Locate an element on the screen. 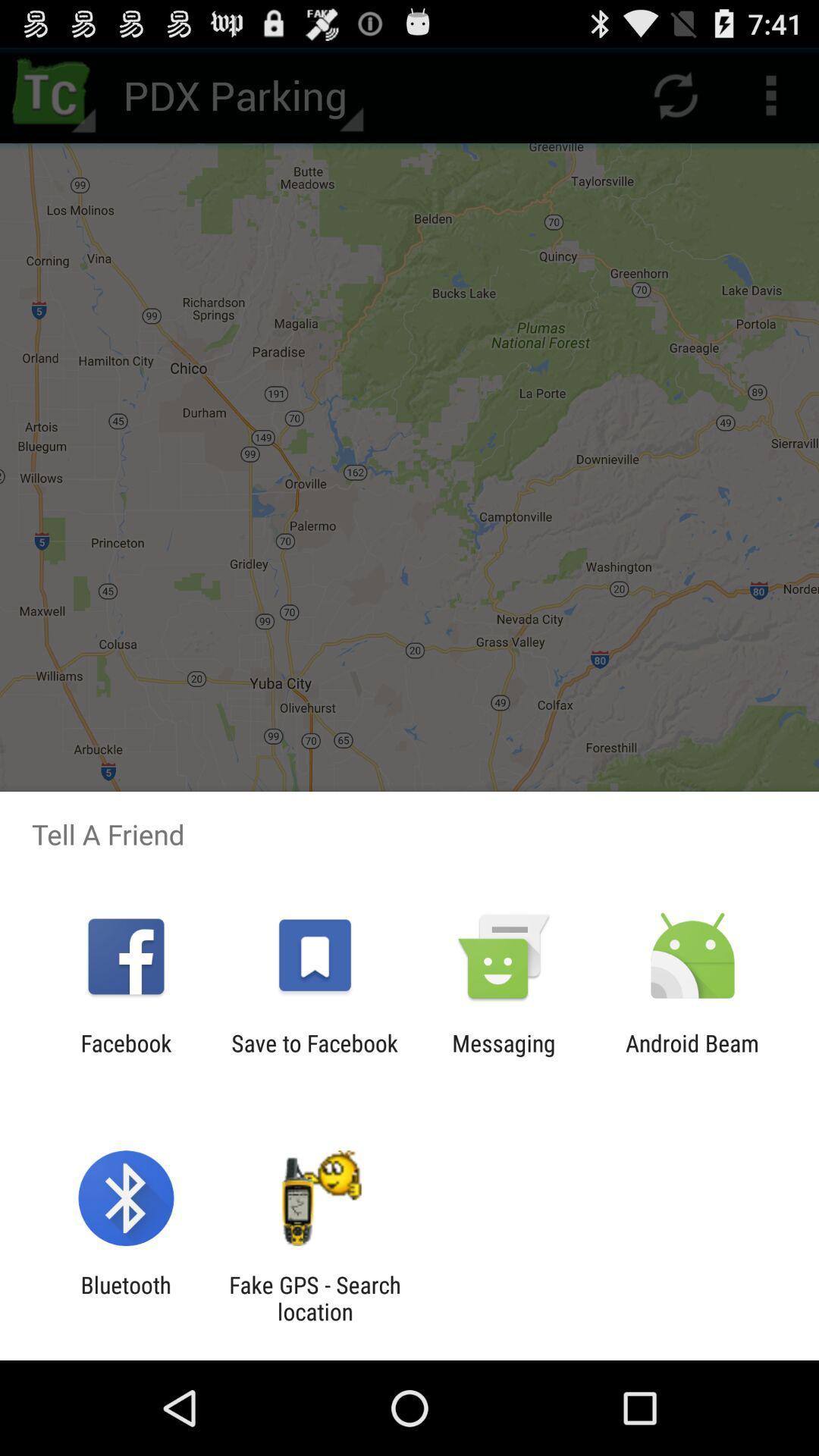 This screenshot has height=1456, width=819. fake gps search app is located at coordinates (314, 1298).